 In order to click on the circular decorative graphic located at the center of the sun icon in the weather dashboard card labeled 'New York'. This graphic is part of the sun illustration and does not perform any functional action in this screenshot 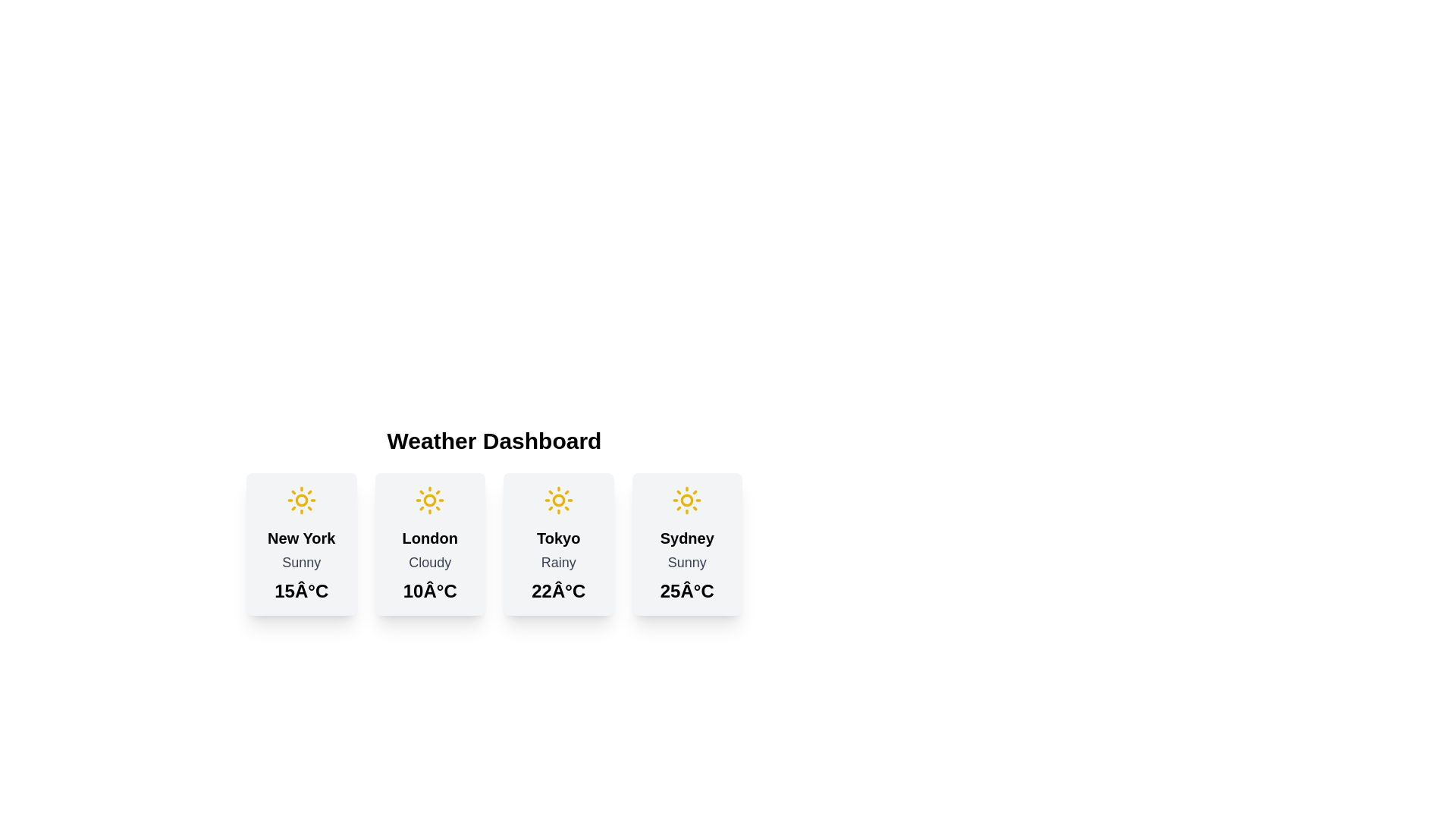, I will do `click(301, 500)`.